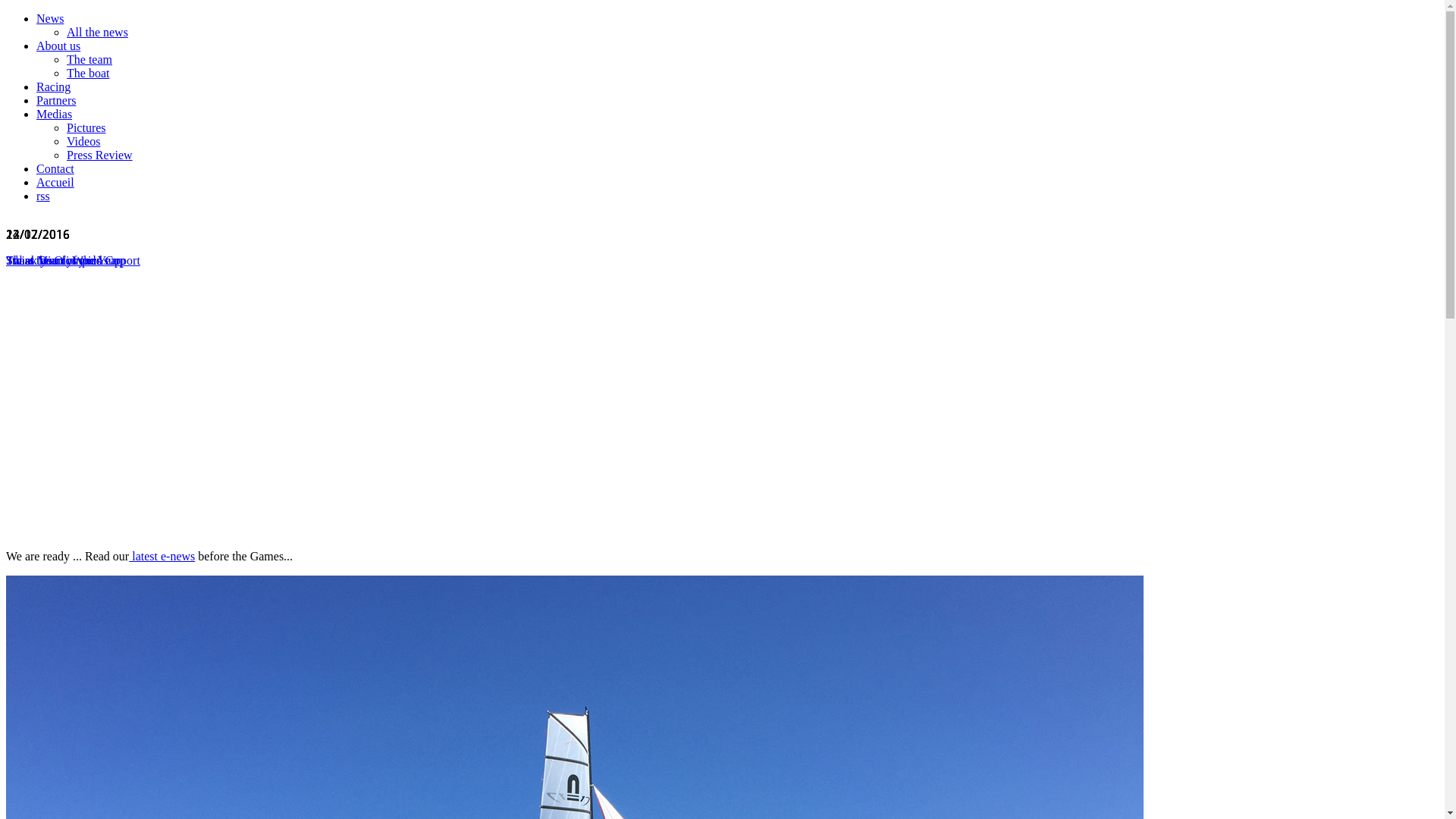 This screenshot has height=819, width=1456. I want to click on 'All the news', so click(65, 32).